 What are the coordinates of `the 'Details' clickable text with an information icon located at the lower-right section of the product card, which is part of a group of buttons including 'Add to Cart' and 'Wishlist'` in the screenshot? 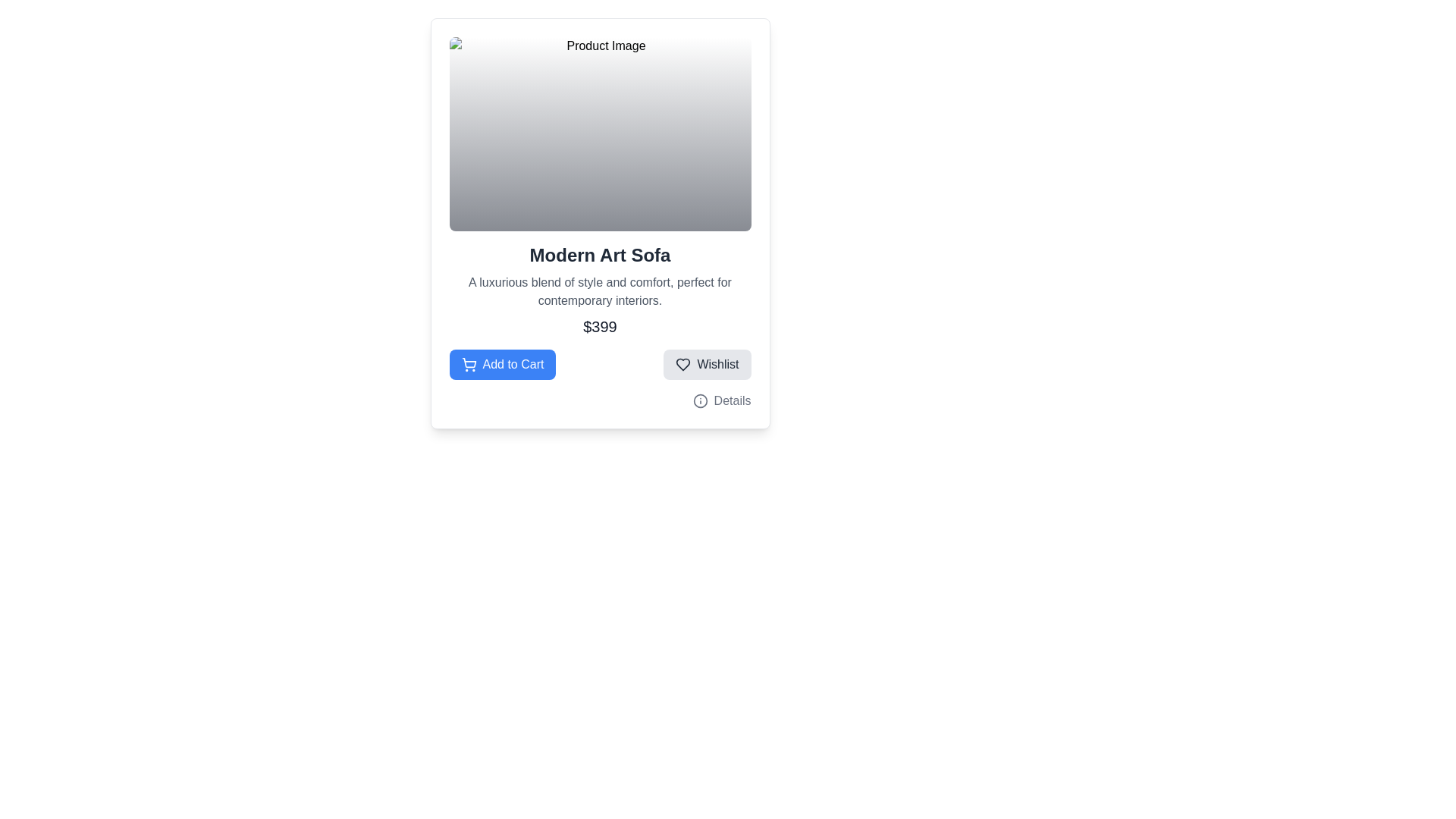 It's located at (721, 400).